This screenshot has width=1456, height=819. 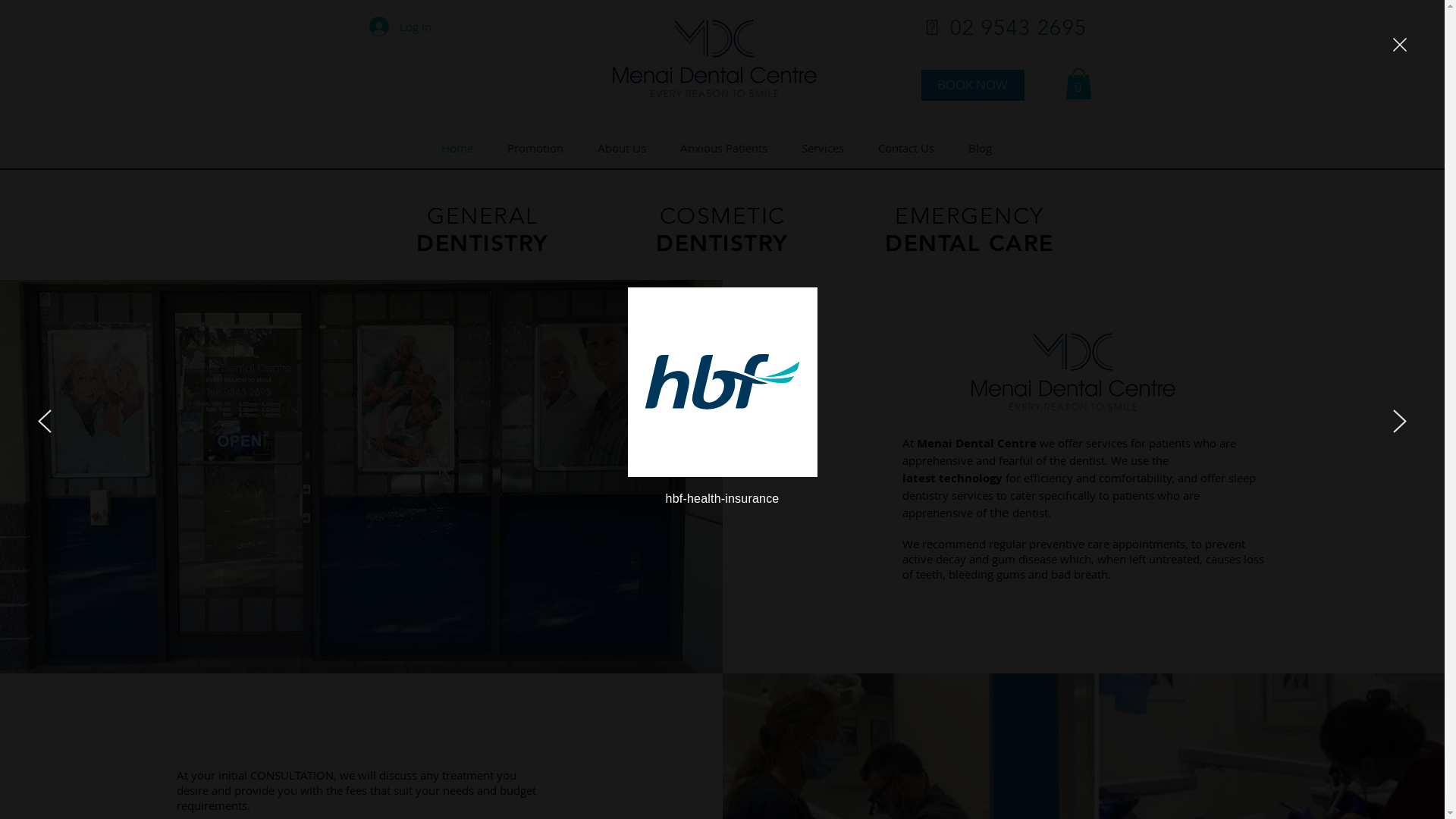 What do you see at coordinates (920, 85) in the screenshot?
I see `'BOOK NOW'` at bounding box center [920, 85].